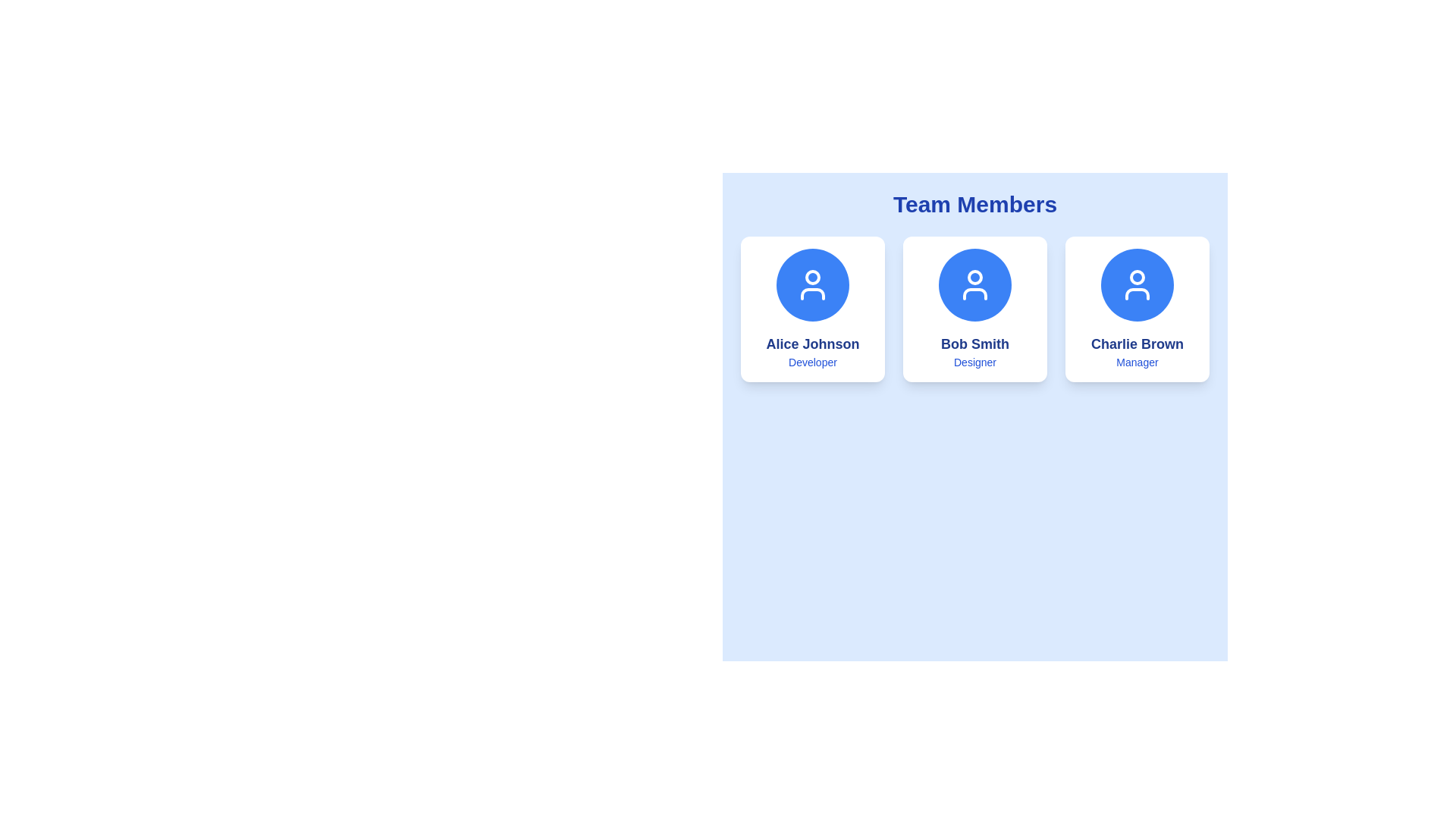 This screenshot has width=1456, height=819. What do you see at coordinates (975, 284) in the screenshot?
I see `the circular Avatar or Profile Image of 'Bob Smith', which has a blue background and a white user icon, located between 'Alice Johnson' and 'Charlie Brown'` at bounding box center [975, 284].